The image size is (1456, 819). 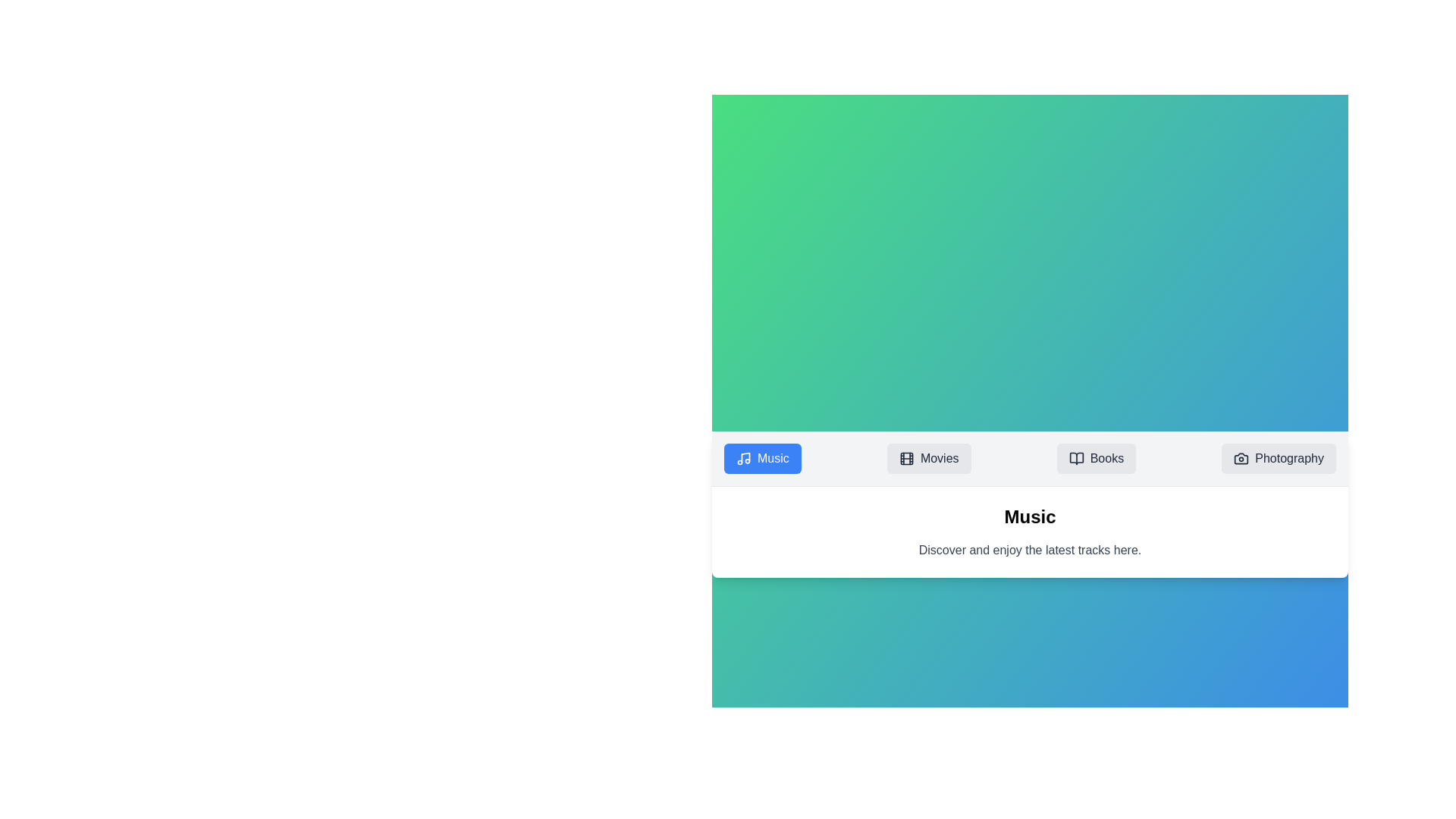 I want to click on the open book icon in the top center navigation menu, which is grouped with the 'Books' label, so click(x=1075, y=457).